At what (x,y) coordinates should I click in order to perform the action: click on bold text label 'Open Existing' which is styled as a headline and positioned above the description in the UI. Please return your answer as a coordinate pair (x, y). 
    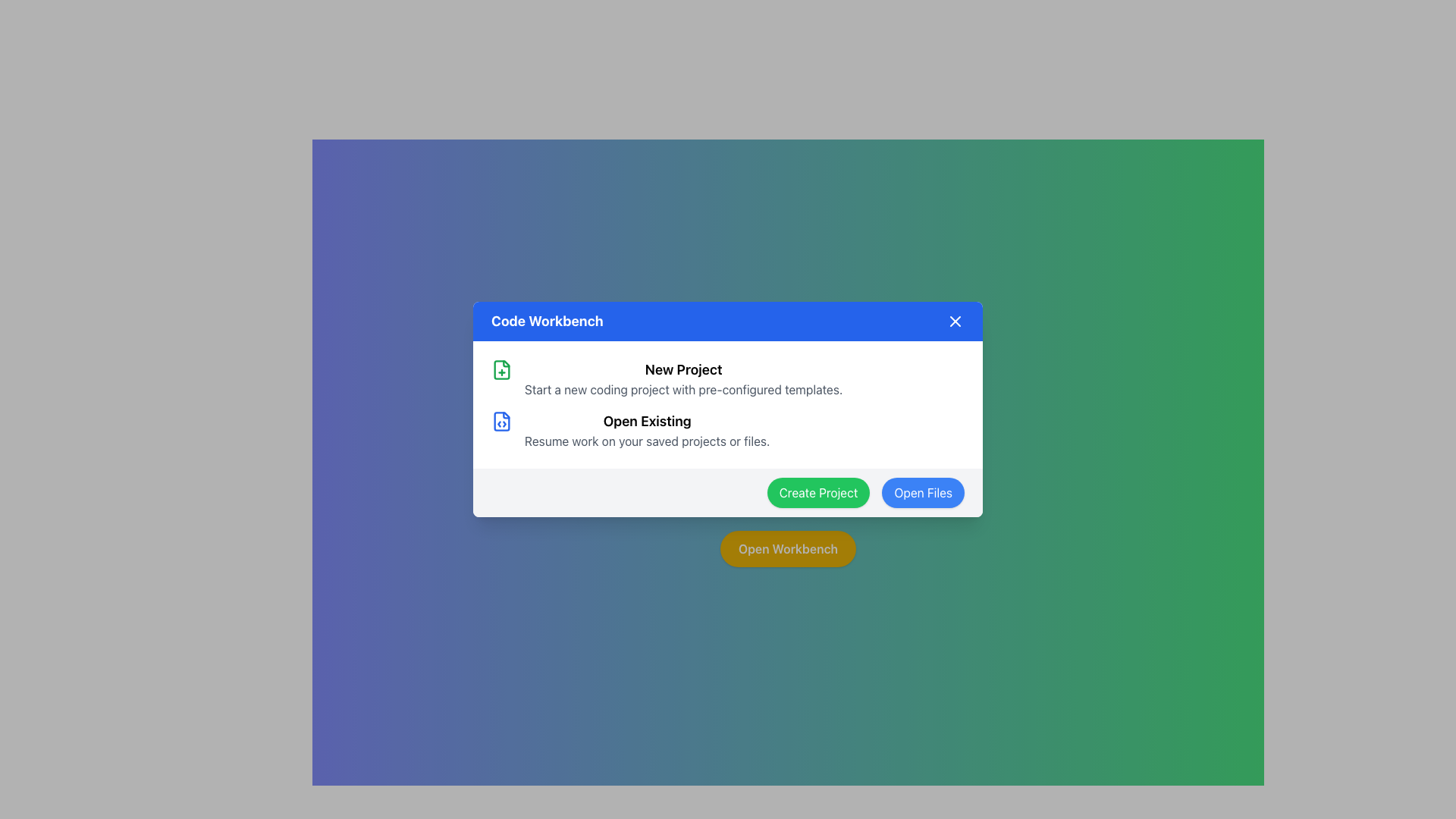
    Looking at the image, I should click on (647, 421).